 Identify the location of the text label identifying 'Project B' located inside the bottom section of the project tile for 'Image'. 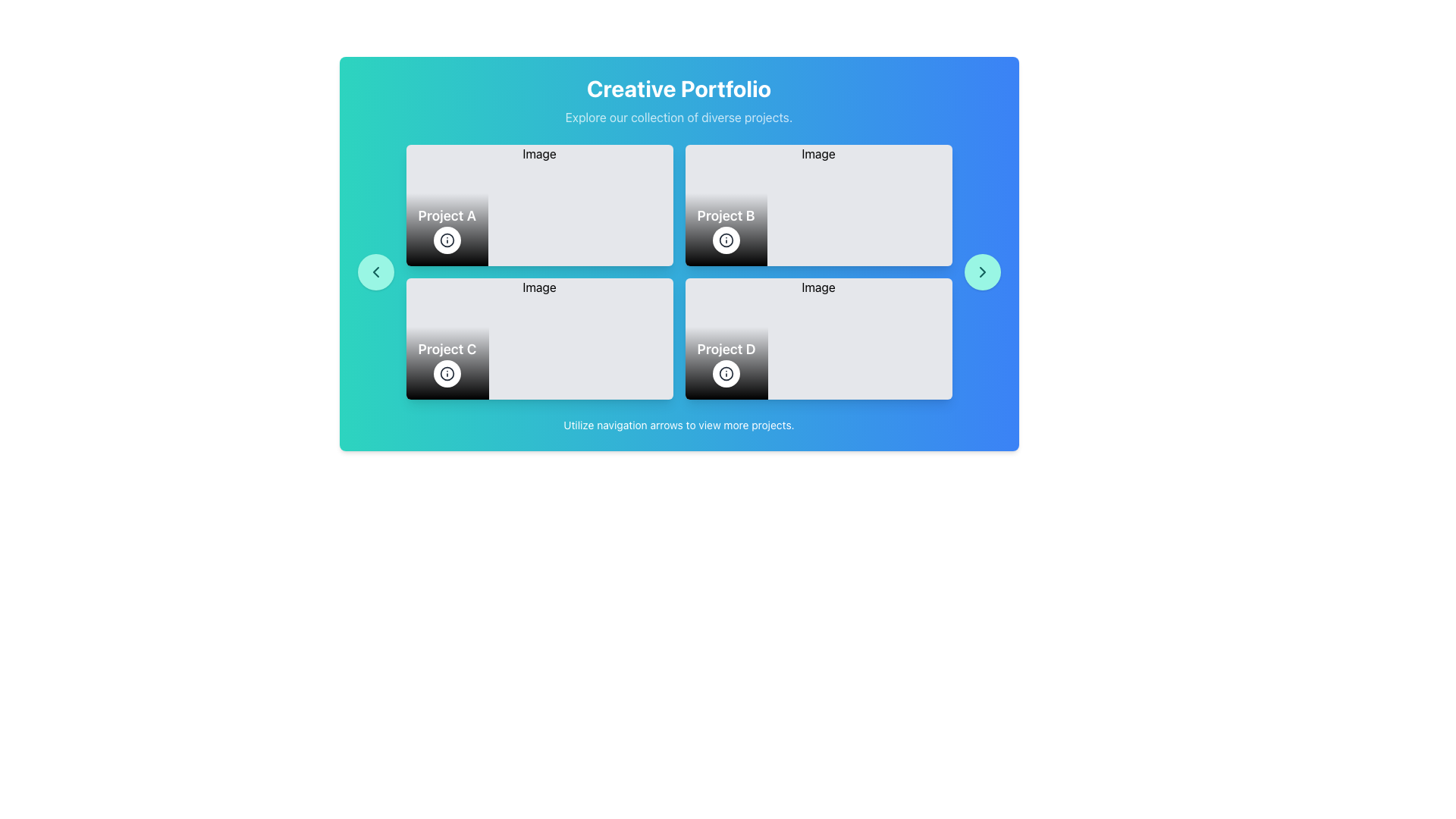
(725, 216).